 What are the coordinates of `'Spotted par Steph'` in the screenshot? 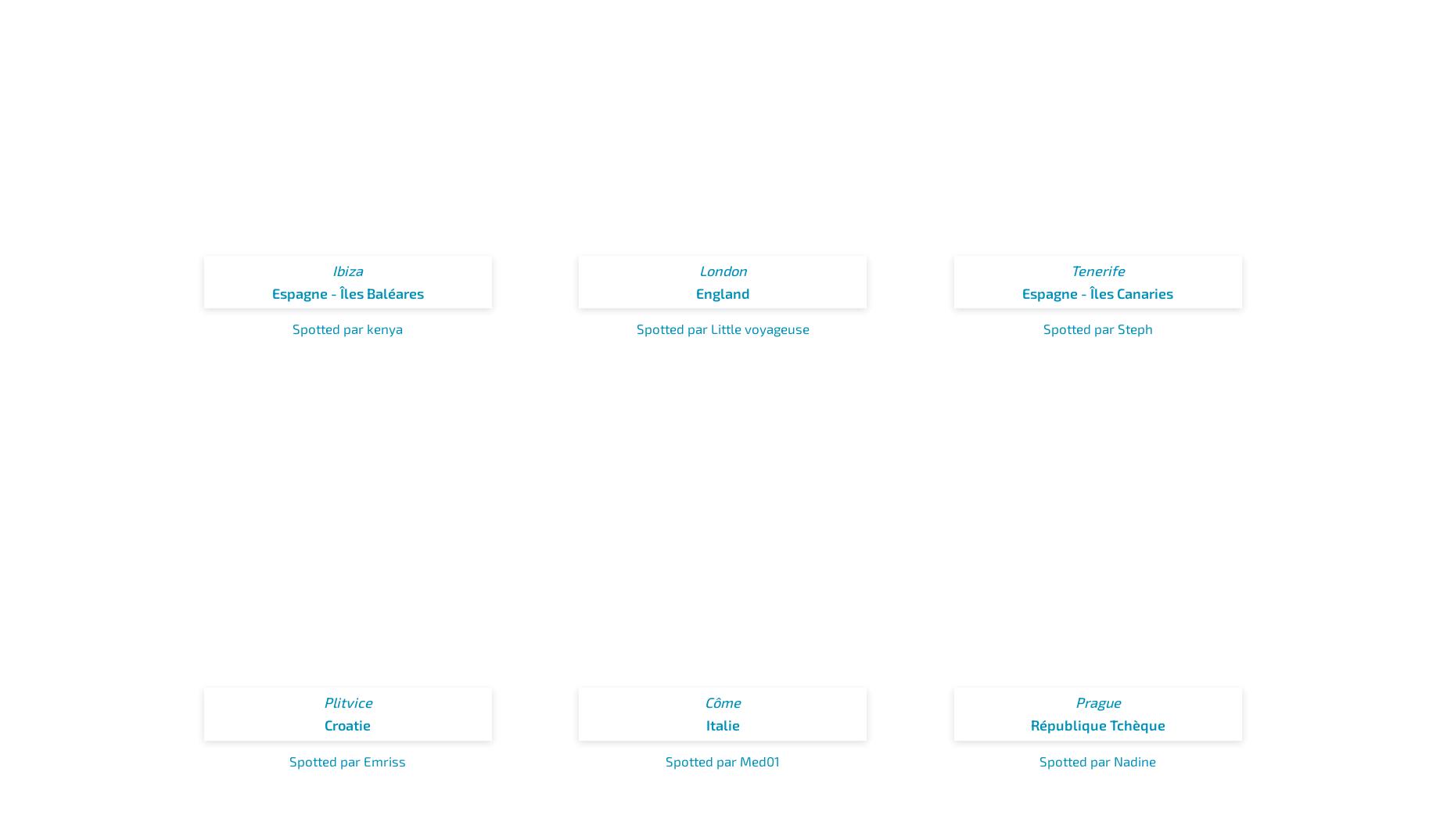 It's located at (1097, 328).